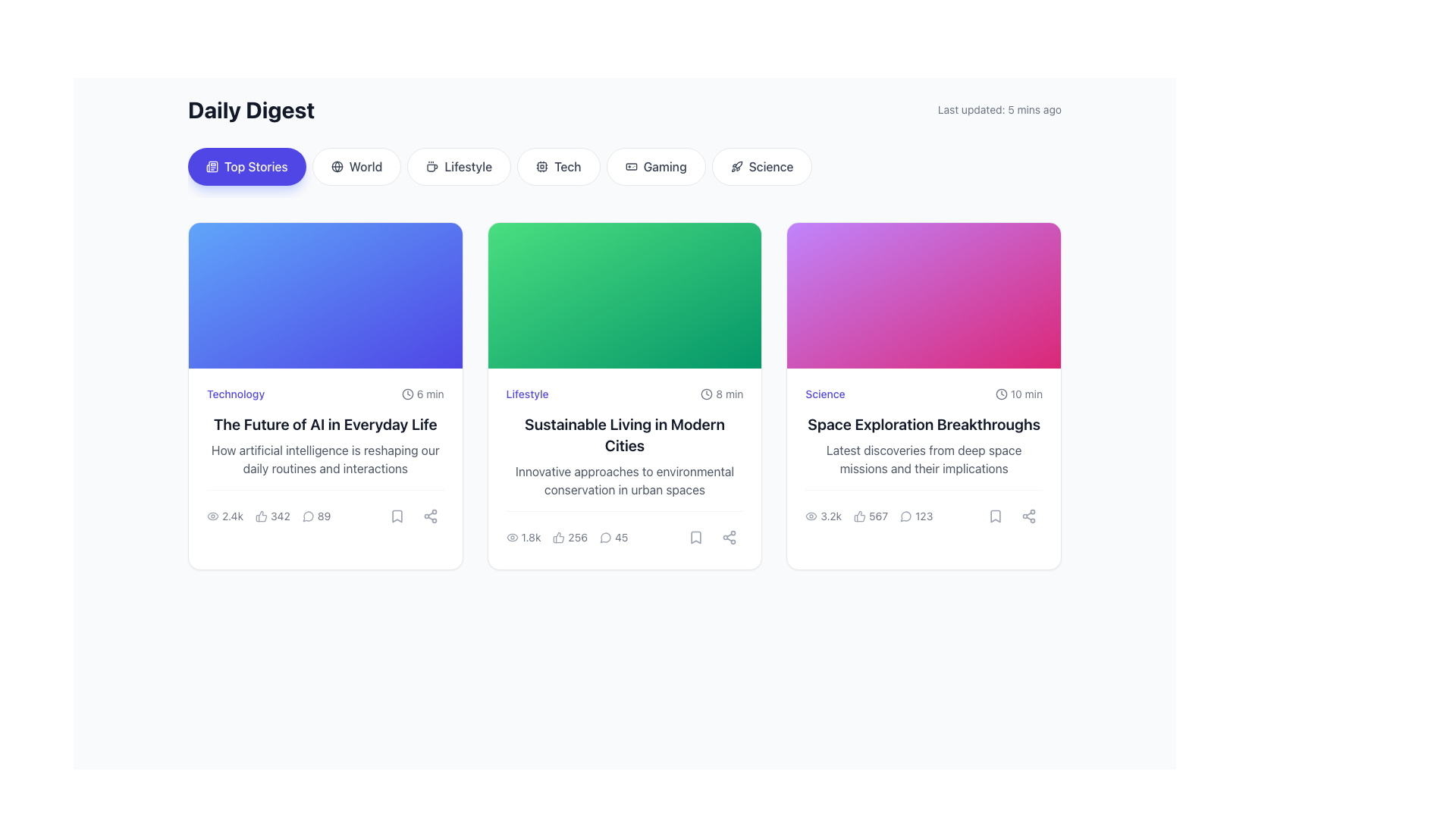  What do you see at coordinates (512, 537) in the screenshot?
I see `the icon indicating the number of views, which is the first icon in the numerical indicator group below the 'Sustainable Living in Modern Cities' card` at bounding box center [512, 537].